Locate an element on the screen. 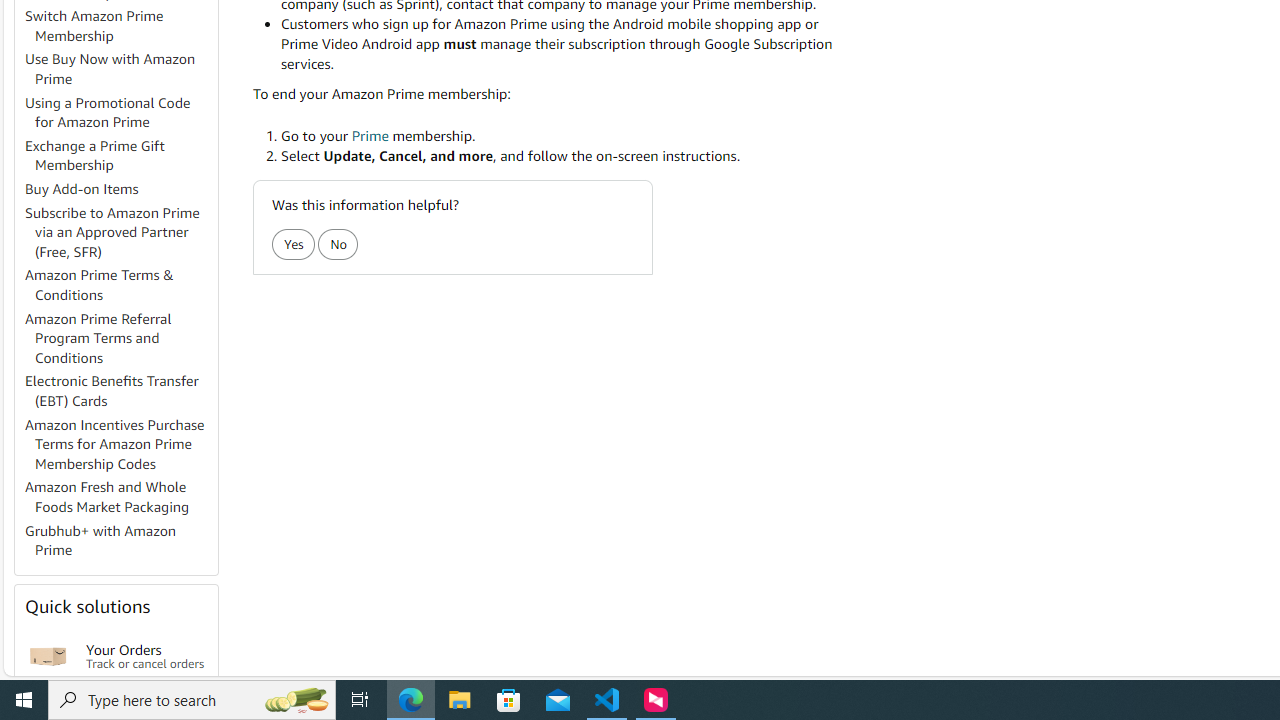  'Electronic Benefits Transfer (EBT) Cards' is located at coordinates (119, 392).